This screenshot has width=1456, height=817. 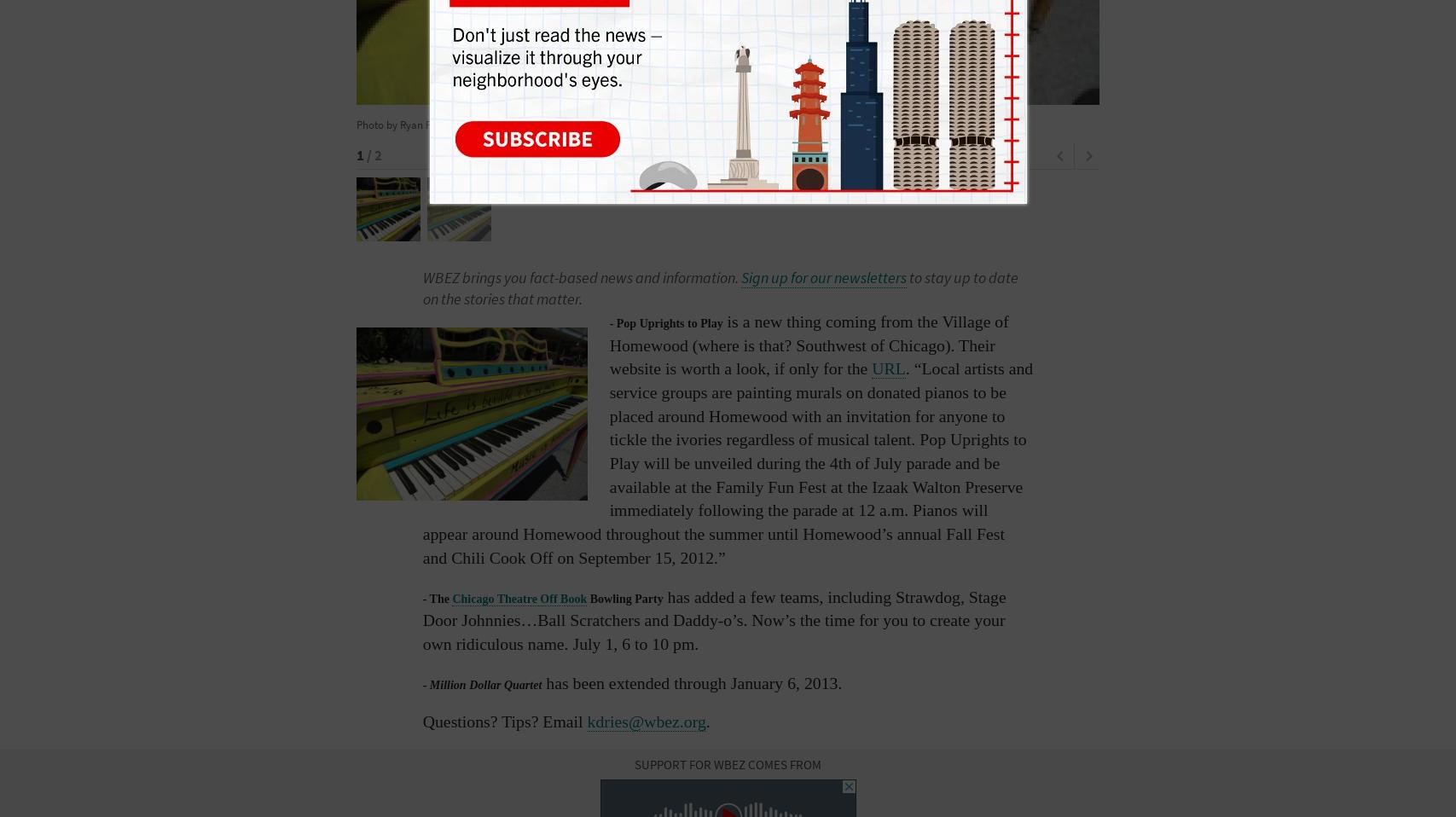 I want to click on '- Pop Uprights to Play', so click(x=609, y=322).